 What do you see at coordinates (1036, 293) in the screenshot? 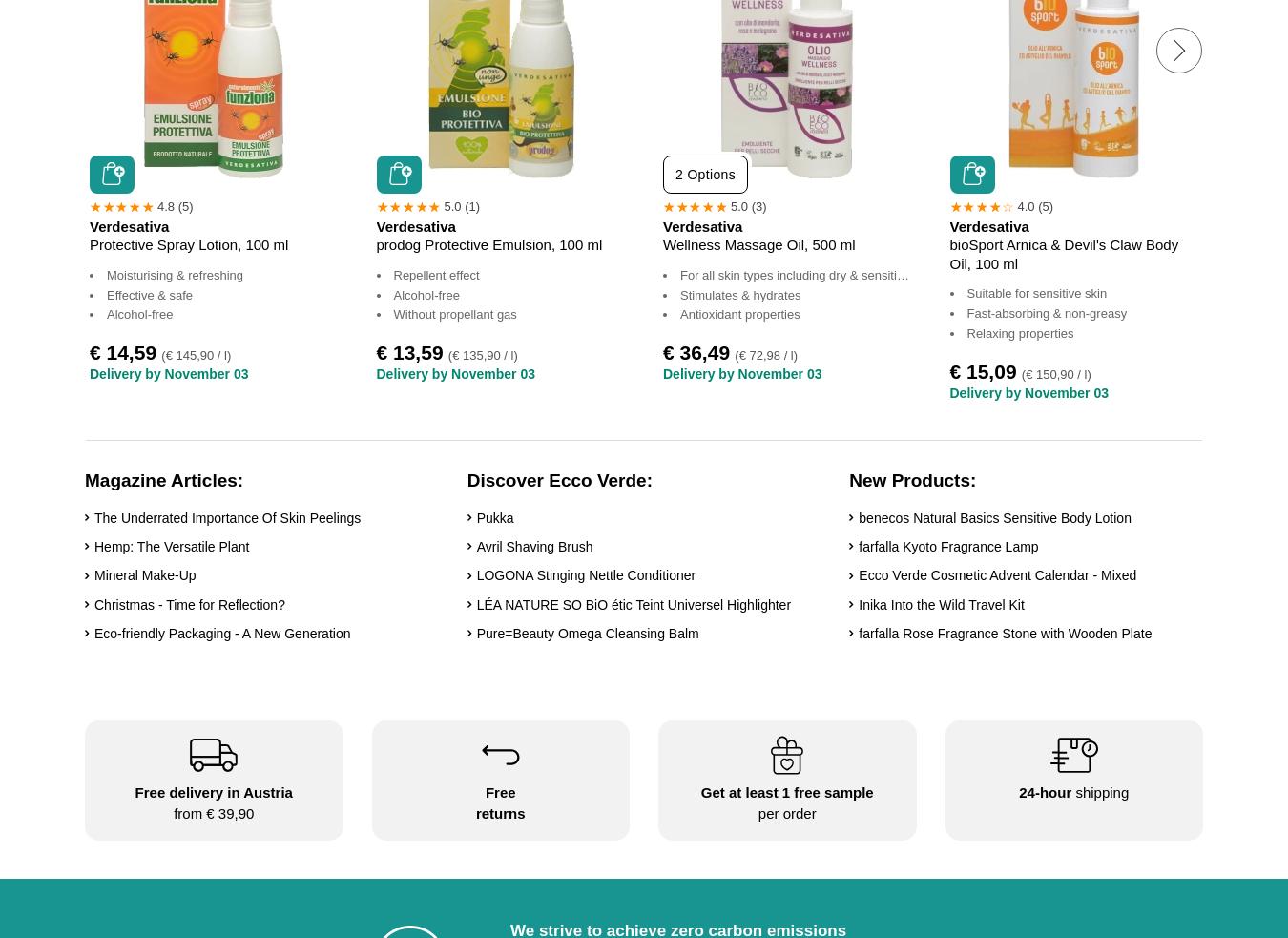
I see `'Suitable for sensitive skin'` at bounding box center [1036, 293].